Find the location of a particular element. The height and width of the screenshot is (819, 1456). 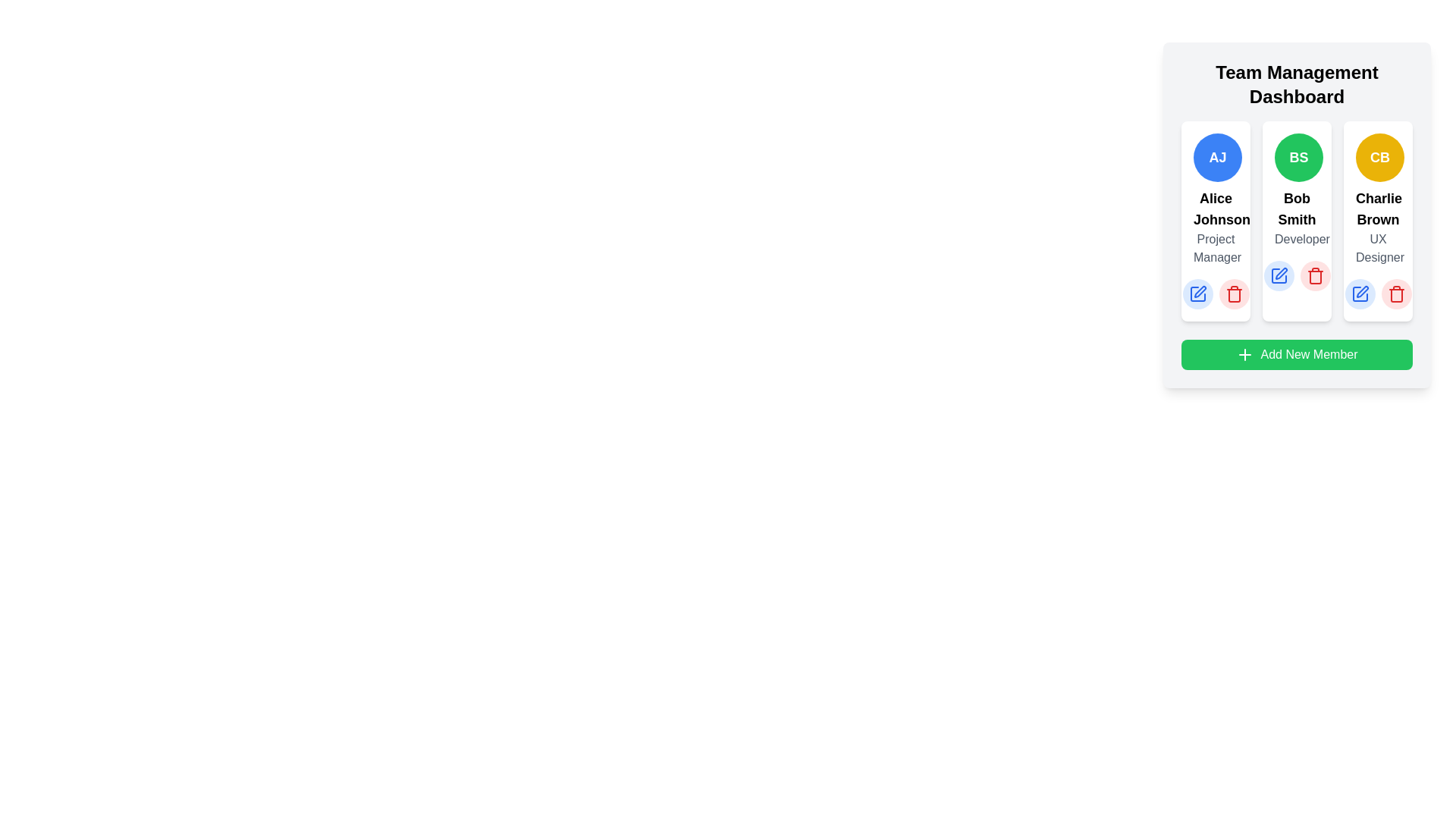

the blue edit button located at the bottom right corner of the 'Charlie Brown UX Designer' card is located at coordinates (1360, 294).